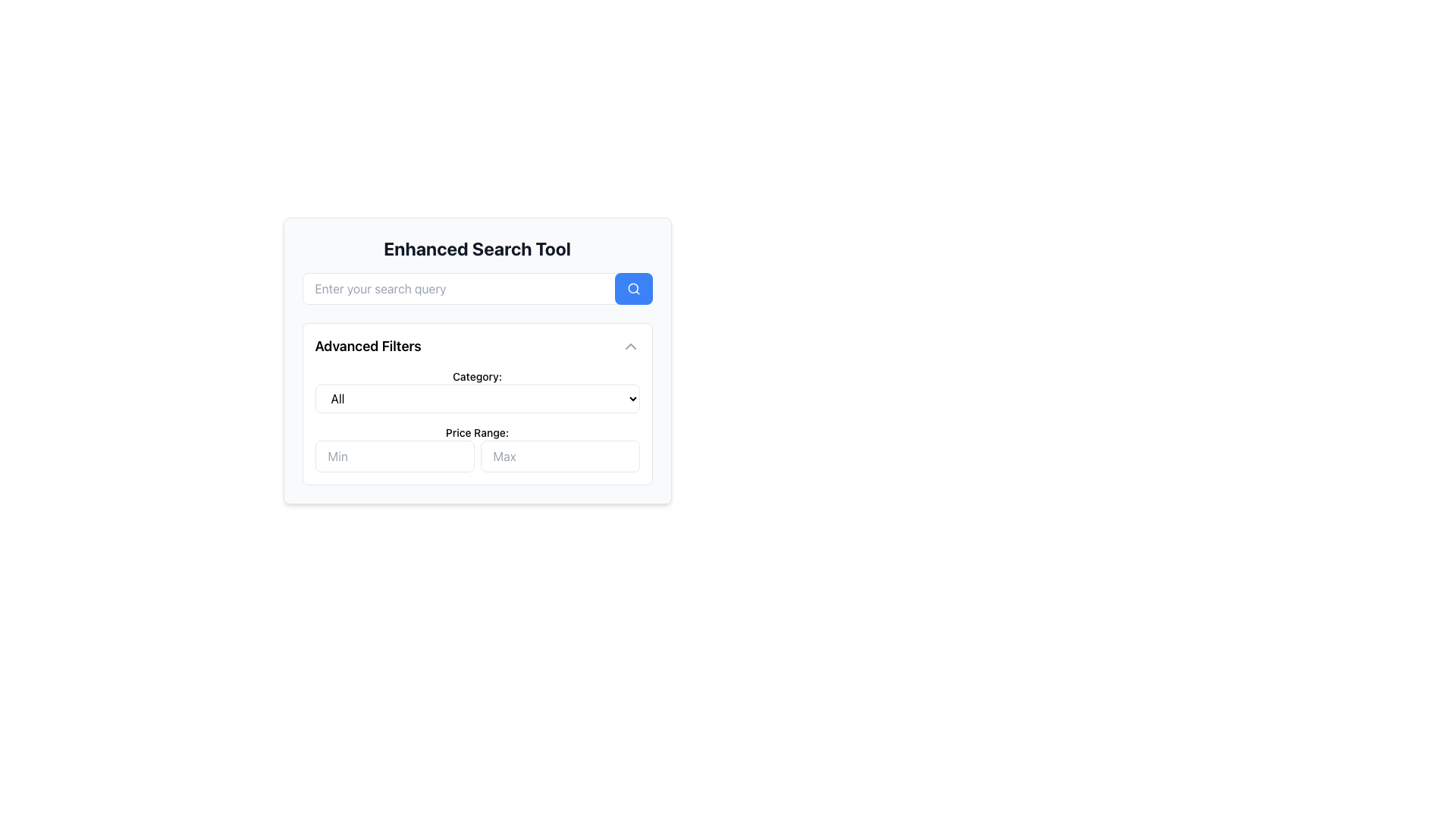  Describe the element at coordinates (632, 288) in the screenshot. I see `the blue circular indicator with a white outline and a blue fill located within the search icon button to the right of the input field labeled 'Enter your search query'` at that location.